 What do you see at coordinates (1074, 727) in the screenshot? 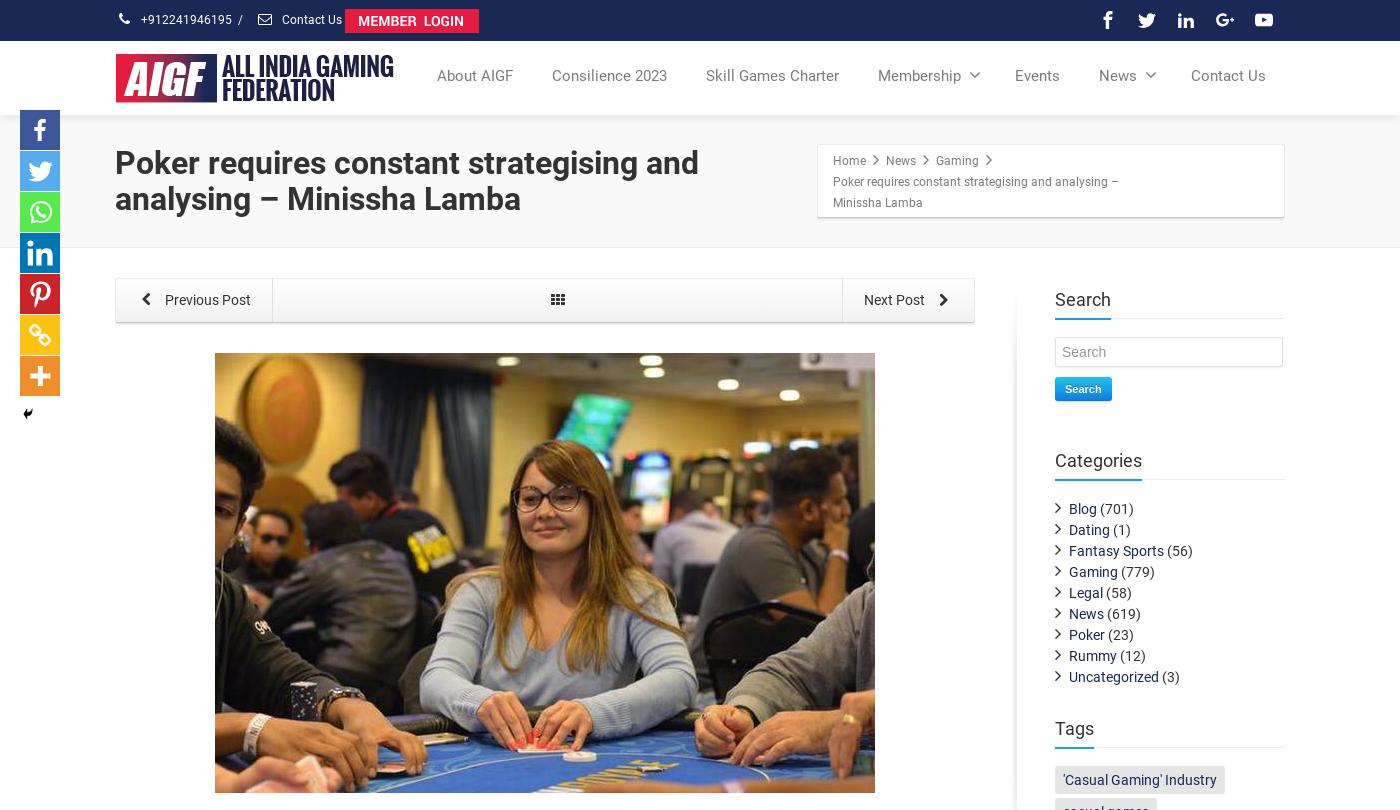
I see `'Tags'` at bounding box center [1074, 727].